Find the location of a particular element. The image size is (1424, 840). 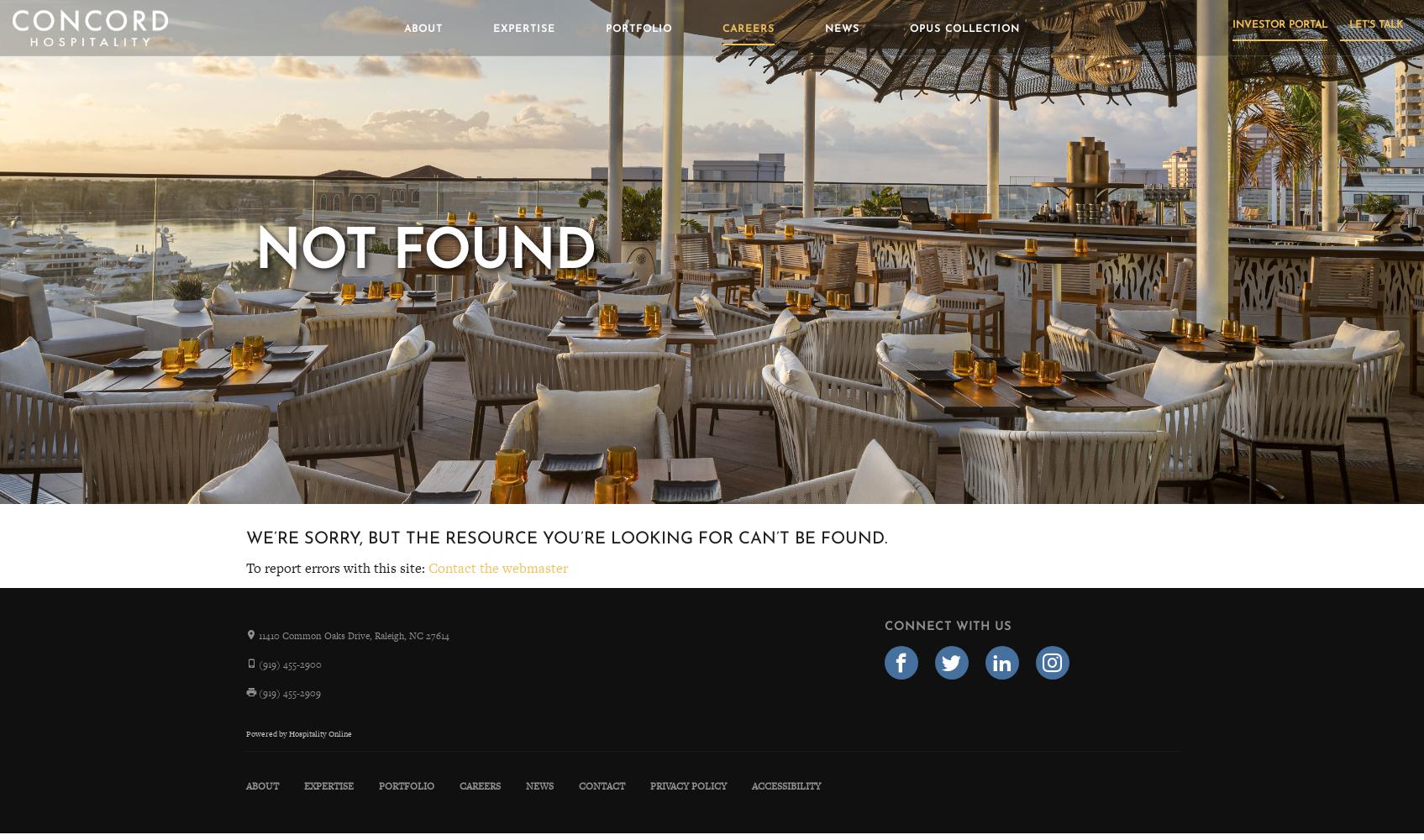

'Concord University' is located at coordinates (801, 194).